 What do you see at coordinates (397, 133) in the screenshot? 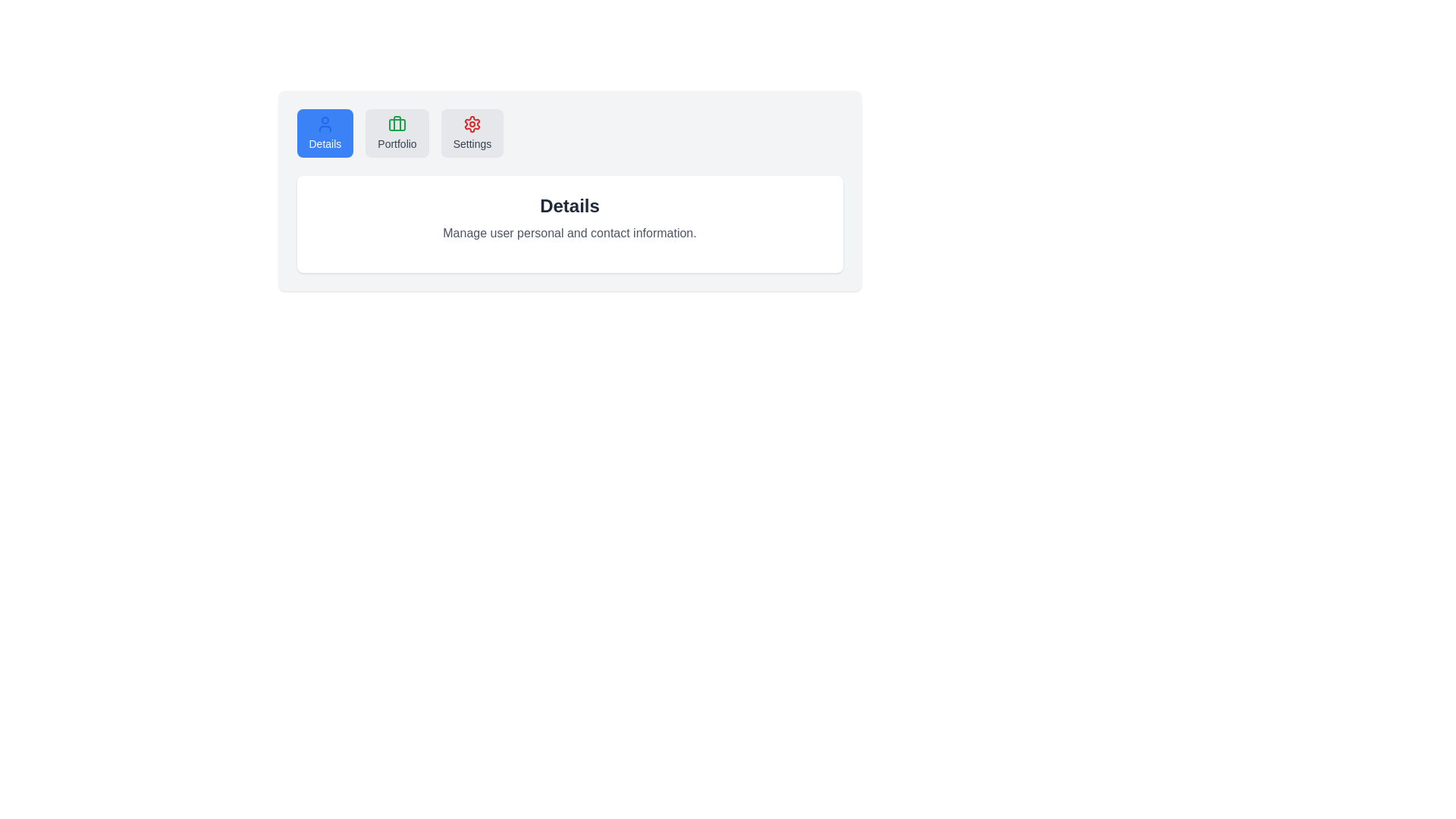
I see `the Portfolio tab to activate it` at bounding box center [397, 133].